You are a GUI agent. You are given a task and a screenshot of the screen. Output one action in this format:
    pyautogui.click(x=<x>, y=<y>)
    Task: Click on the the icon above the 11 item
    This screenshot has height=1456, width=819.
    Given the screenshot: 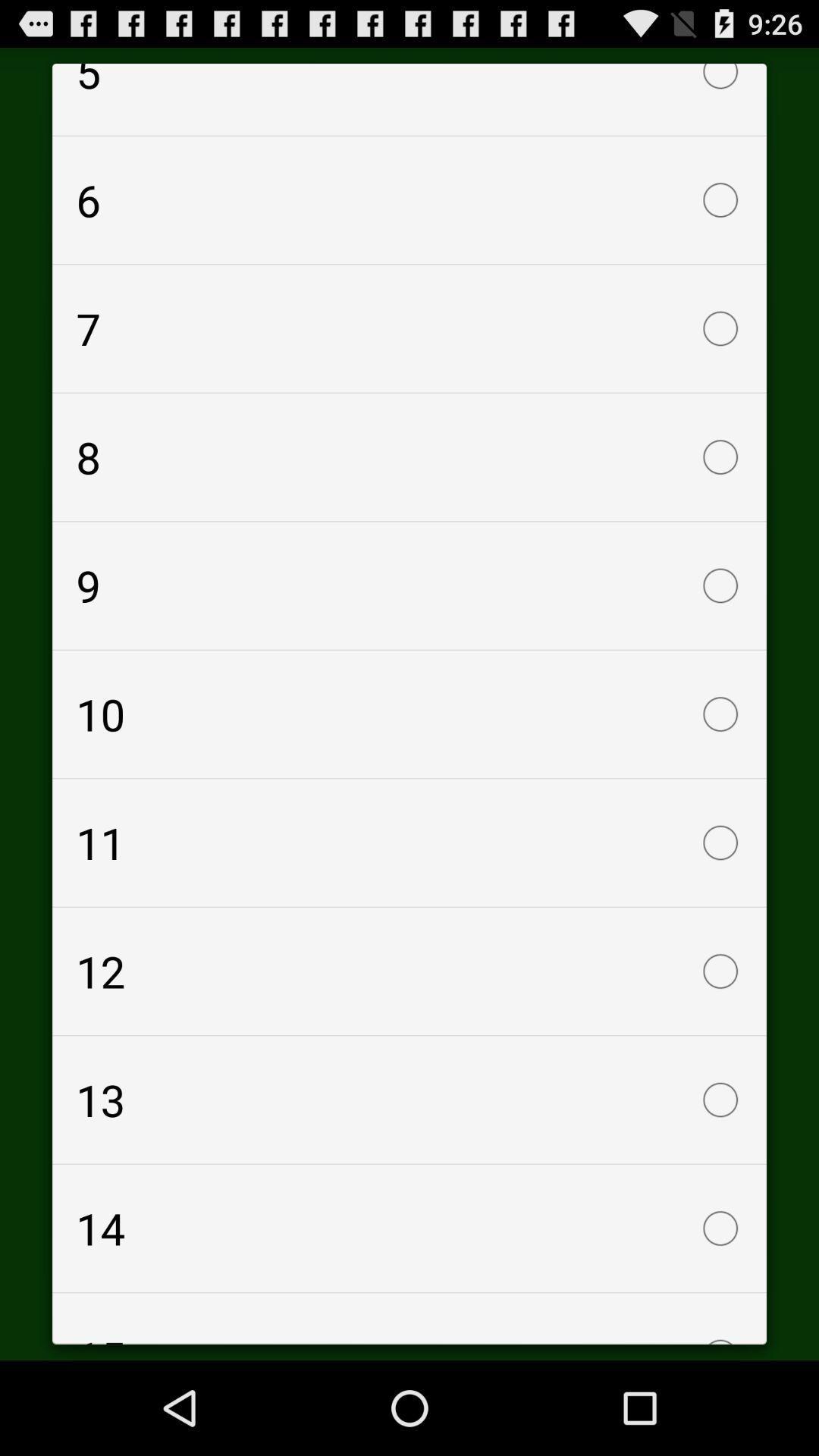 What is the action you would take?
    pyautogui.click(x=409, y=713)
    